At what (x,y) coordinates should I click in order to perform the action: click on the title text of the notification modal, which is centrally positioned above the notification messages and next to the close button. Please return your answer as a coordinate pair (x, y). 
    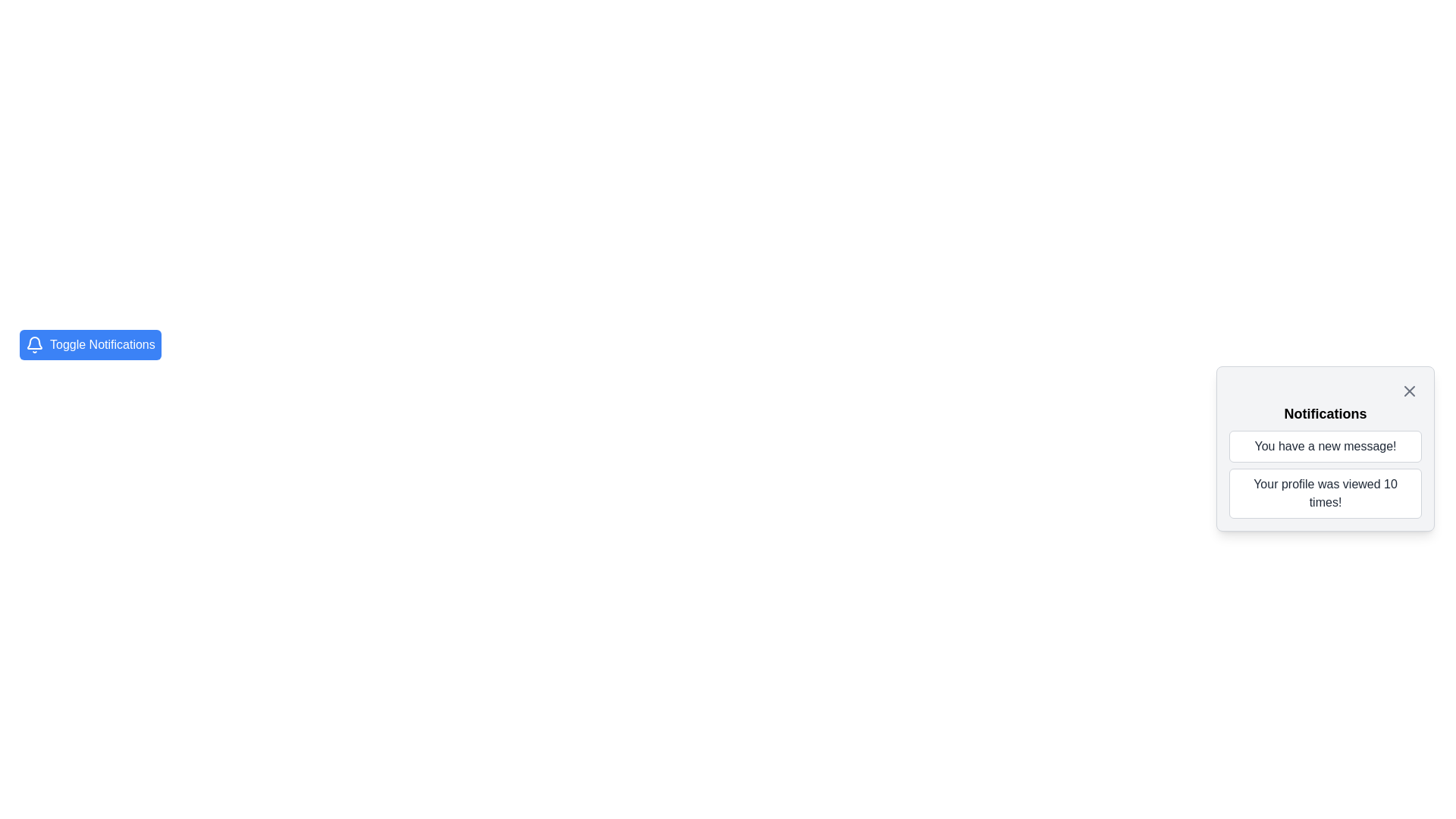
    Looking at the image, I should click on (1324, 414).